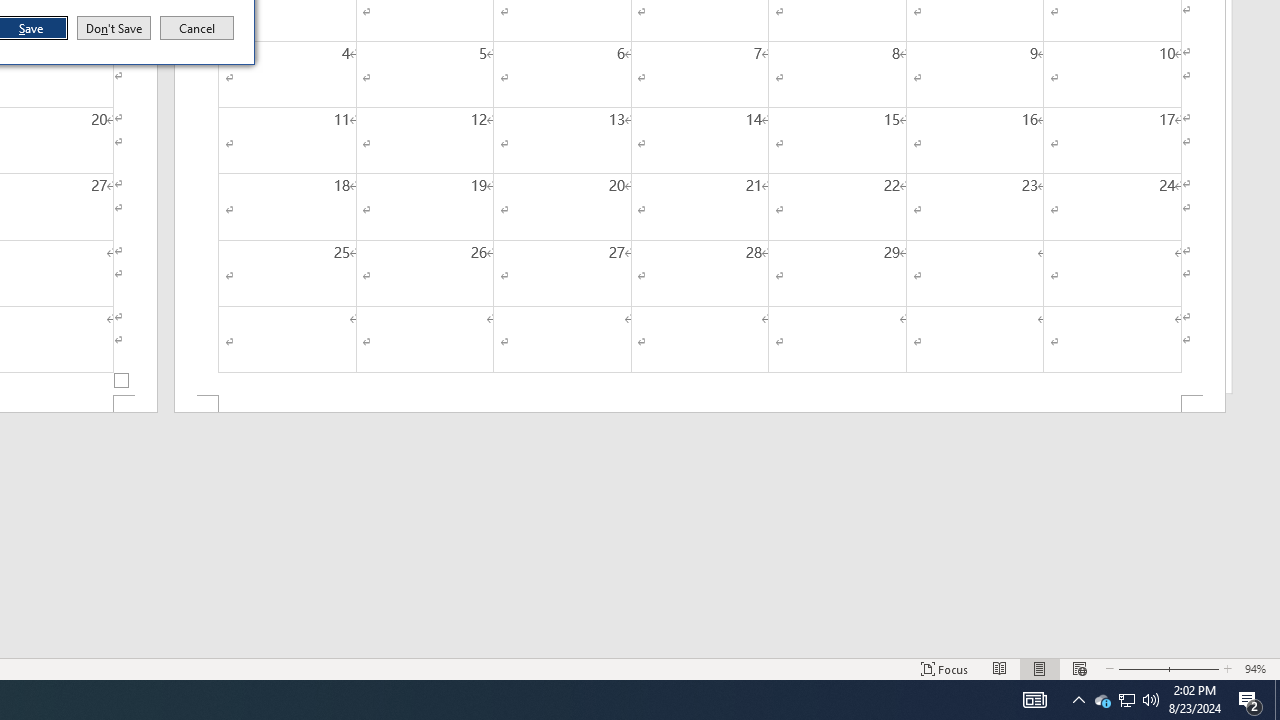 Image resolution: width=1280 pixels, height=720 pixels. What do you see at coordinates (1151, 698) in the screenshot?
I see `'Q2790: 100%'` at bounding box center [1151, 698].